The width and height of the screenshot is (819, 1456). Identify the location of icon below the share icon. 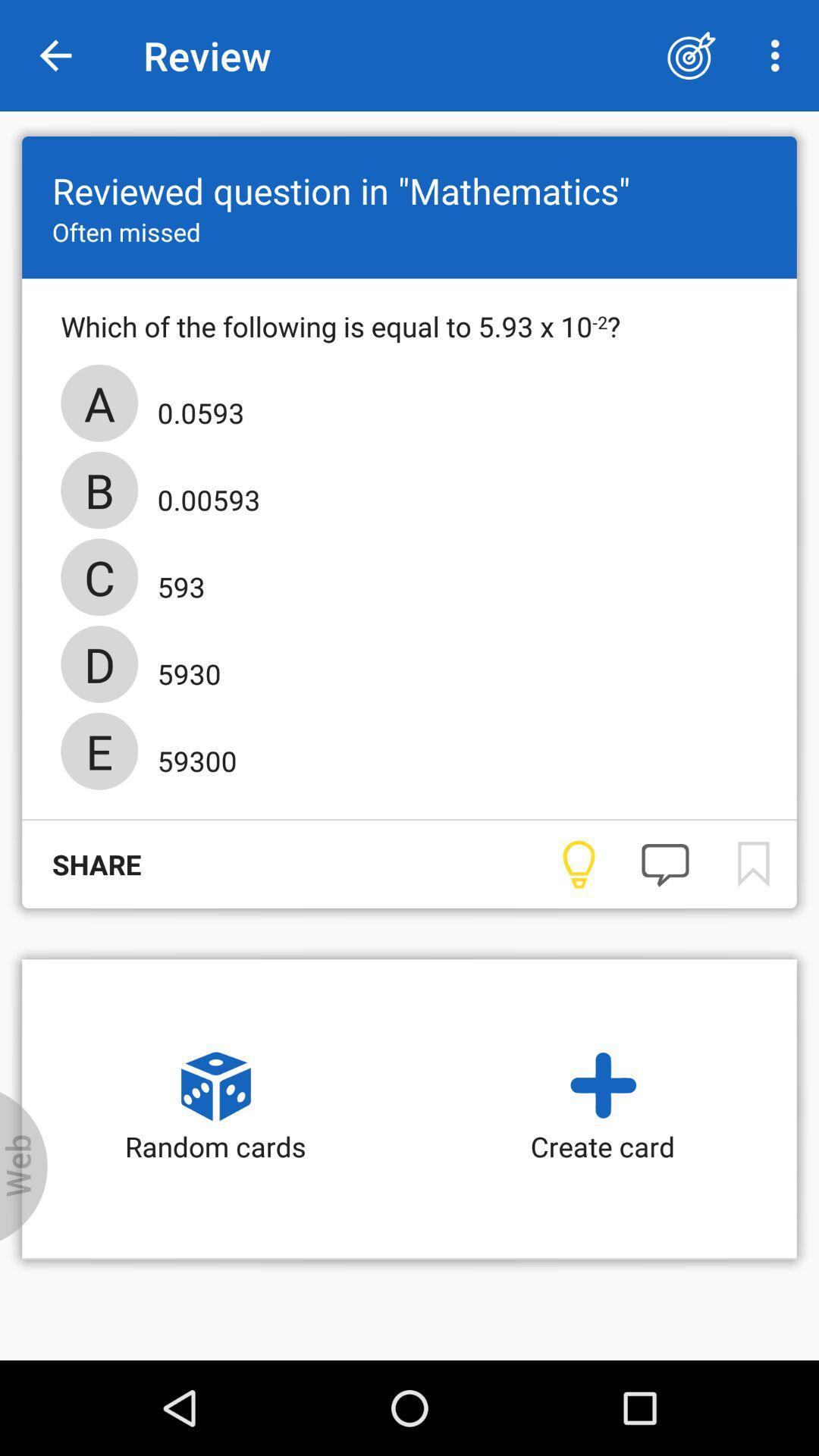
(24, 1166).